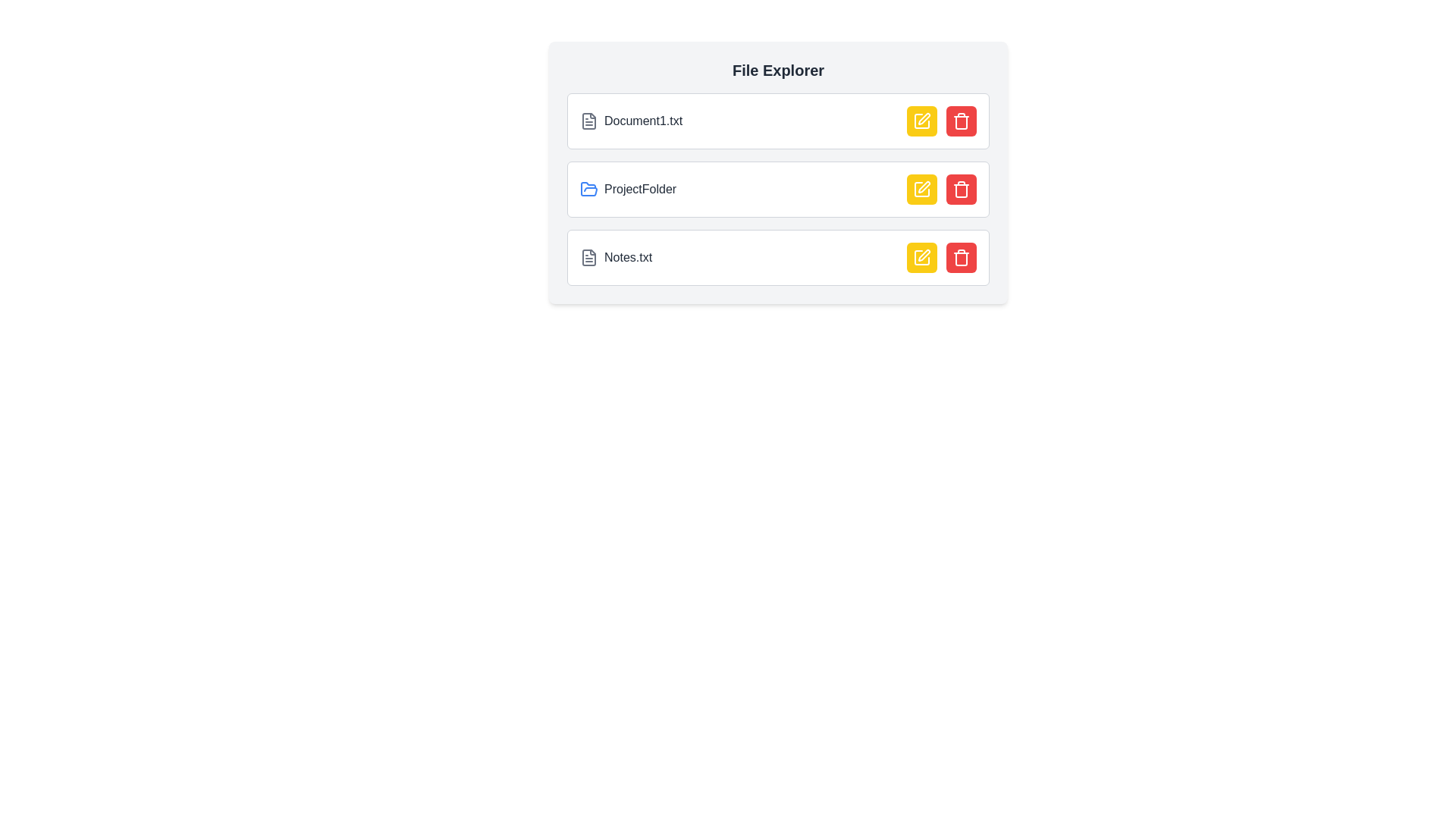  What do you see at coordinates (960, 259) in the screenshot?
I see `the trash can icon representing the delete action in the file management interface to observe tooltips or visual feedback` at bounding box center [960, 259].